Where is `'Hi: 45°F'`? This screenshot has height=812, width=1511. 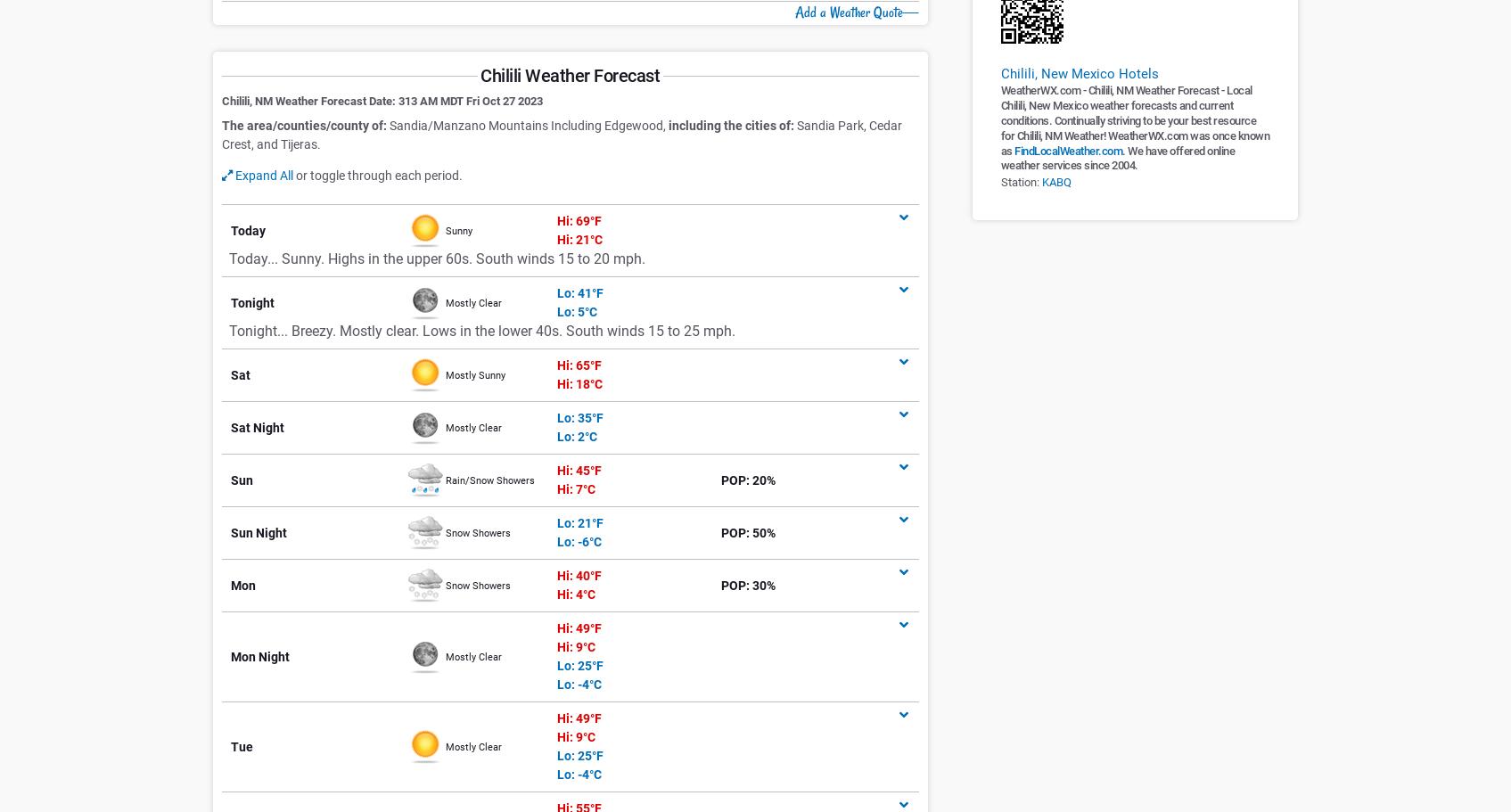 'Hi: 45°F' is located at coordinates (579, 470).